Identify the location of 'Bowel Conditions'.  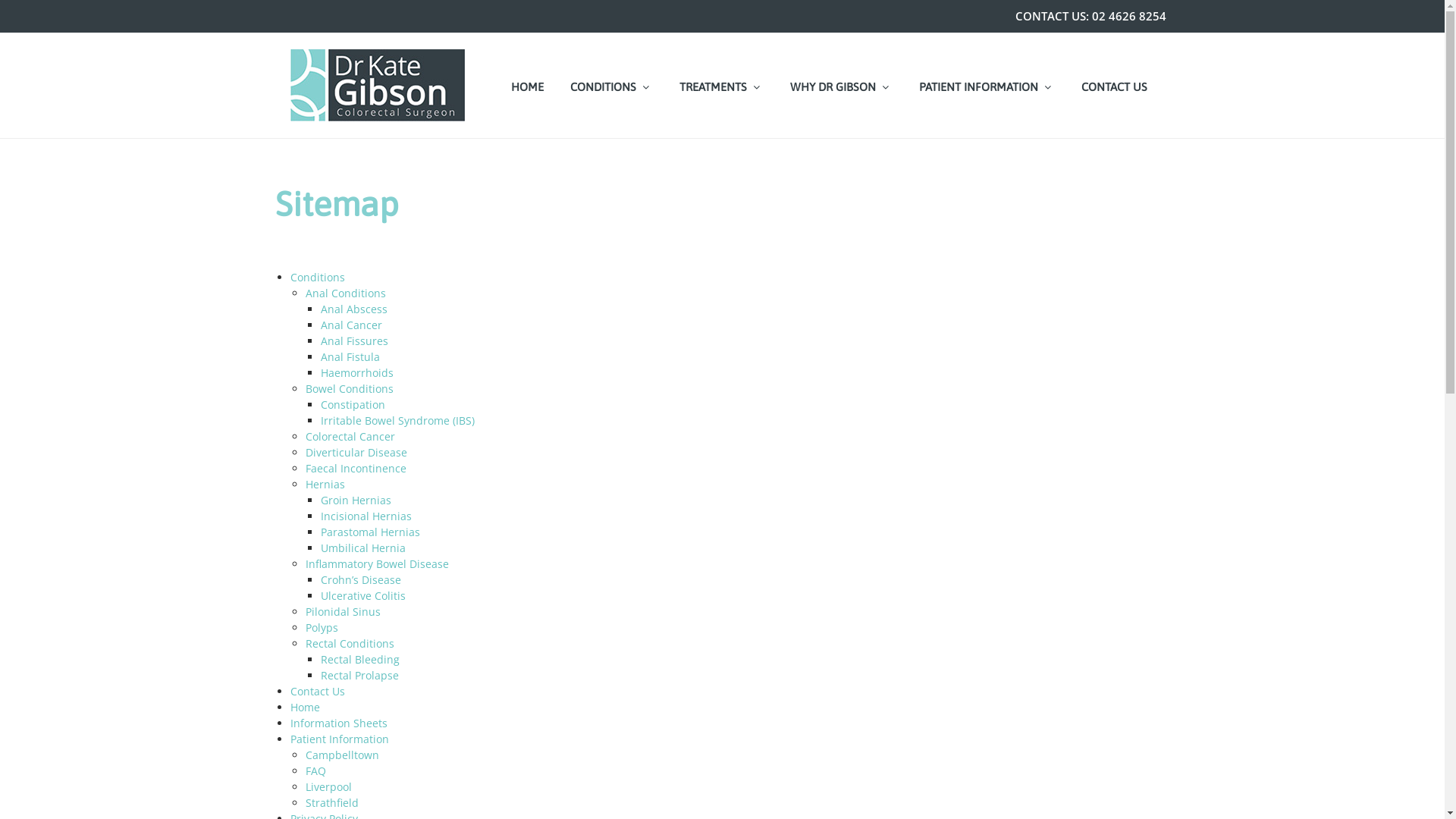
(348, 388).